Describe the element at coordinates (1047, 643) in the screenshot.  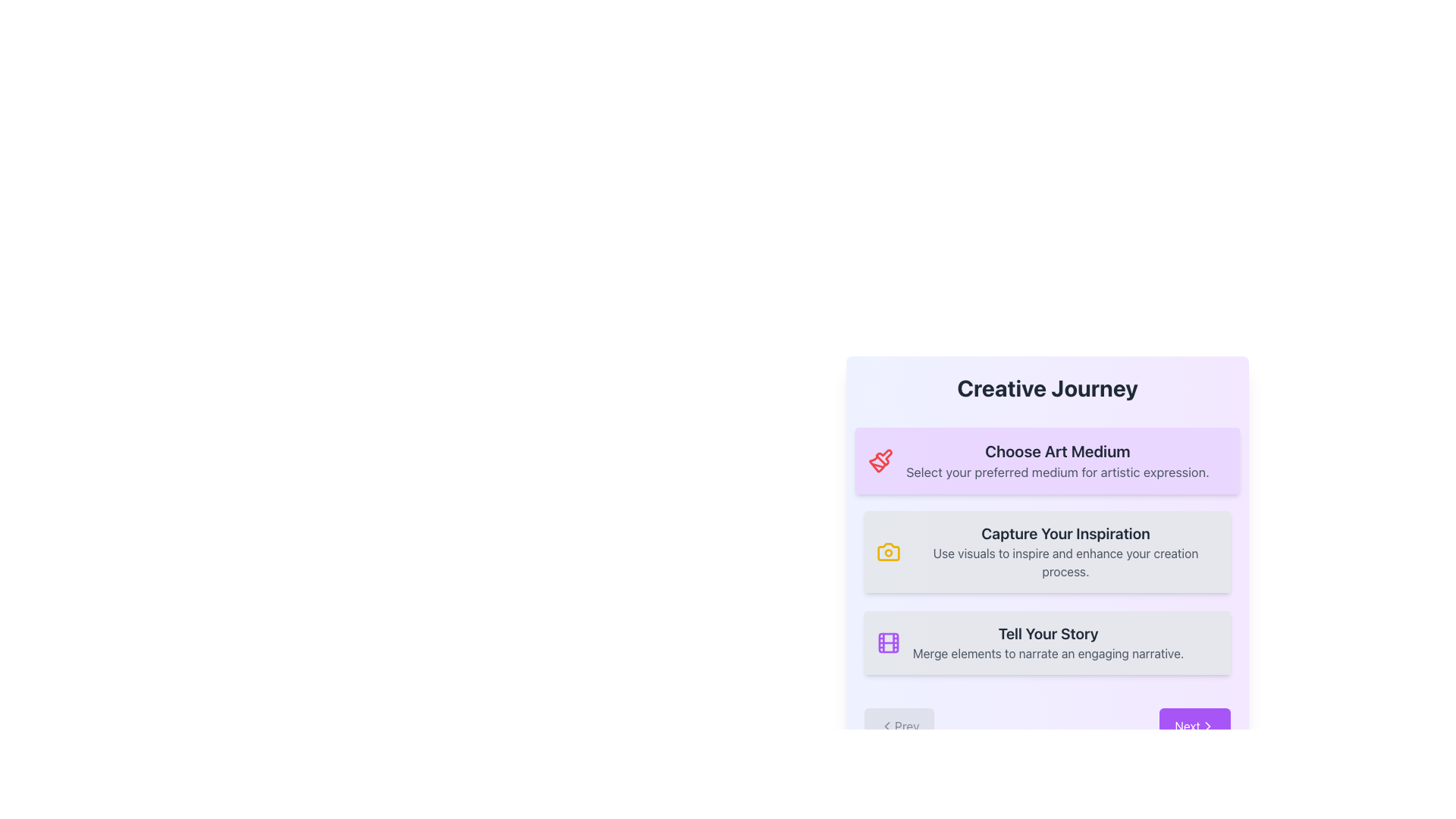
I see `the text block displaying the title 'Tell Your Story' and subtitle 'Merge elements to narrate an engaging narrative', which is part of a clickable interface card located in the central column layout` at that location.